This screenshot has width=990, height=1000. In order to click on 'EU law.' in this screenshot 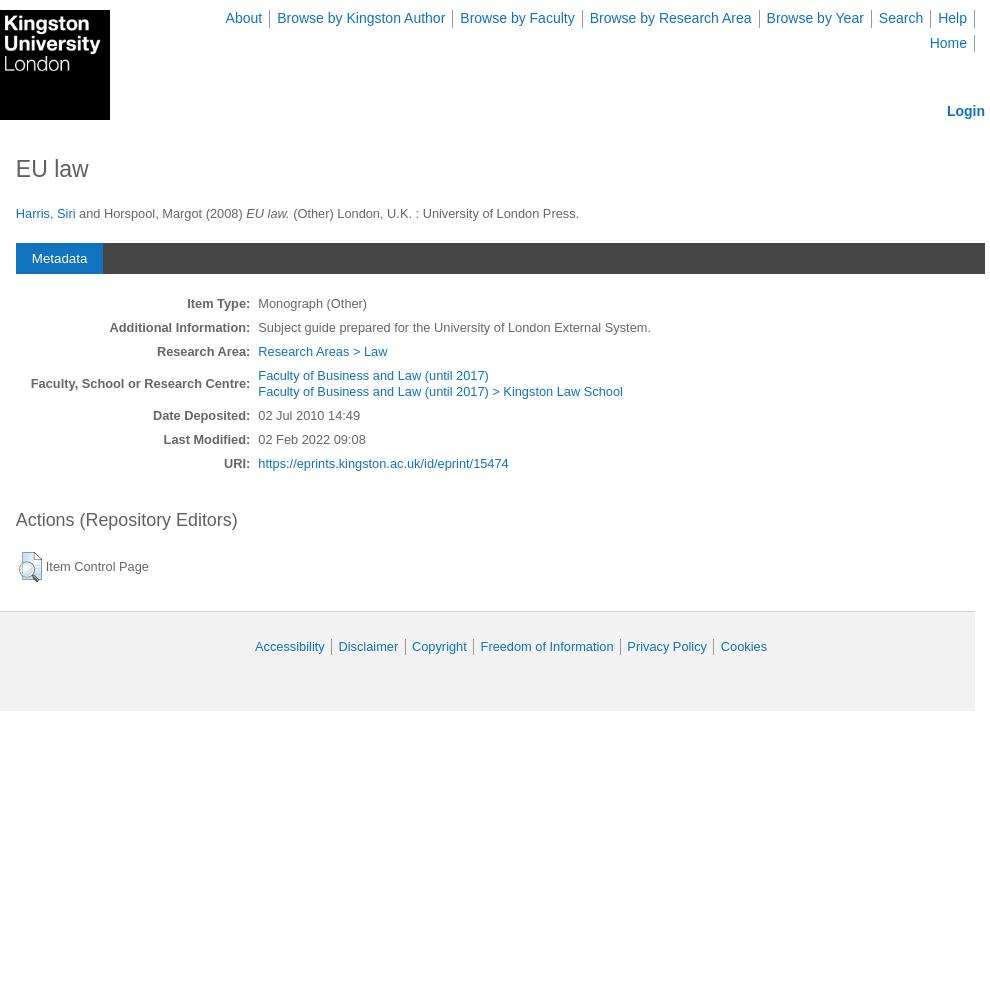, I will do `click(267, 212)`.